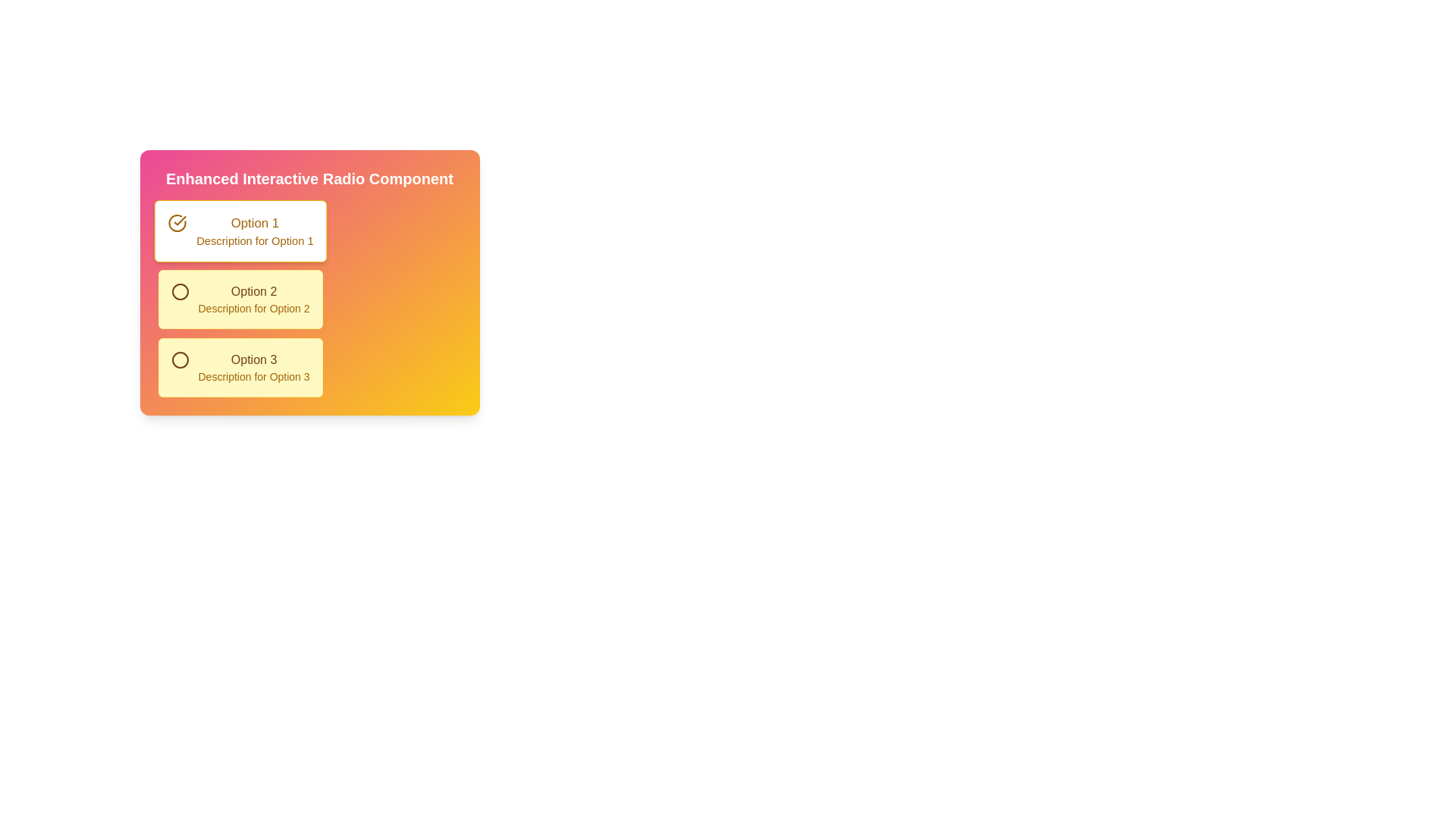  I want to click on the text label that provides descriptive information about 'Option 2', which is centrally located under the 'Option 2' text in the second selectable option box, so click(254, 308).